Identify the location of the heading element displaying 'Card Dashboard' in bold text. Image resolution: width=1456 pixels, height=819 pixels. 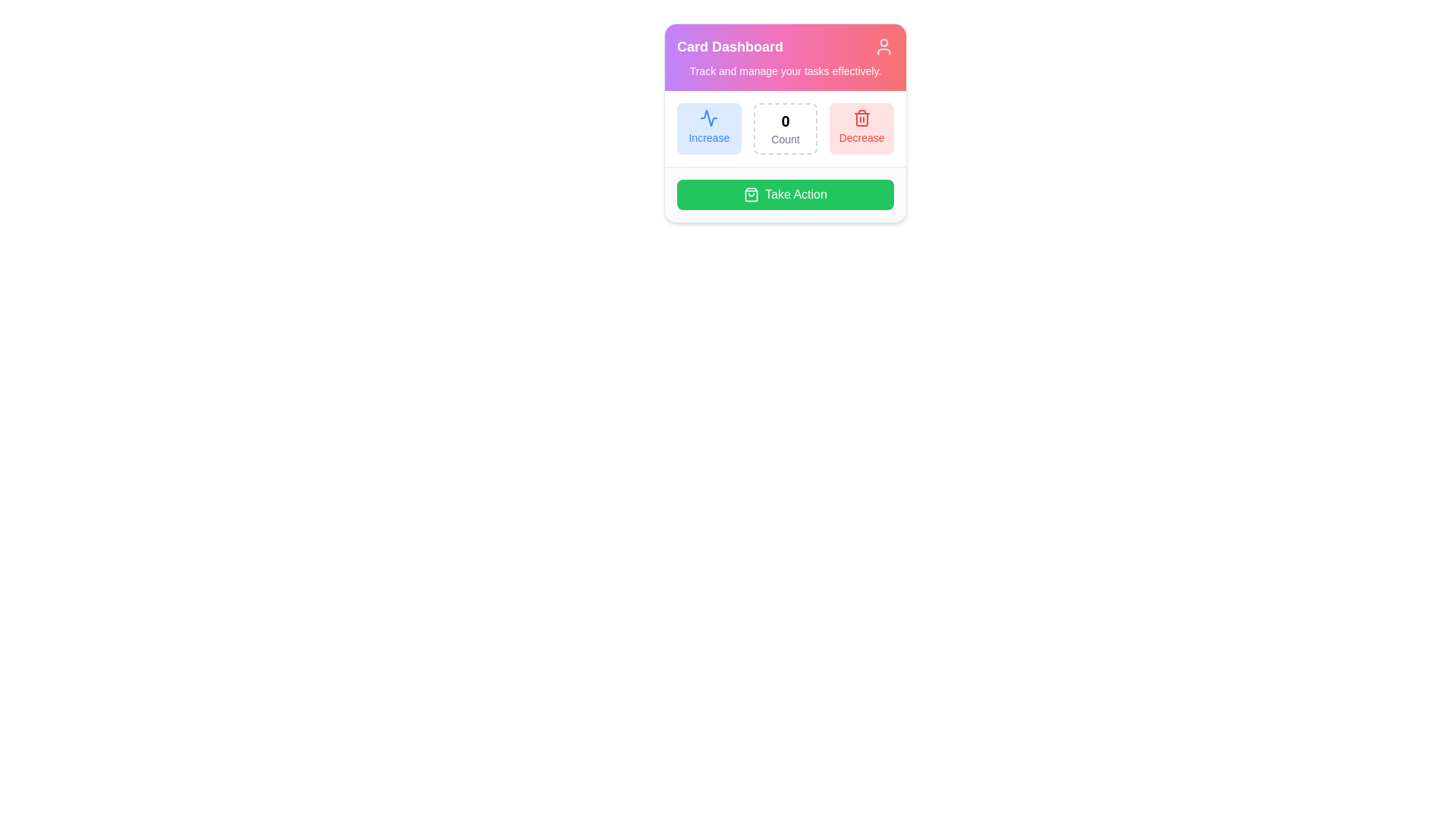
(730, 45).